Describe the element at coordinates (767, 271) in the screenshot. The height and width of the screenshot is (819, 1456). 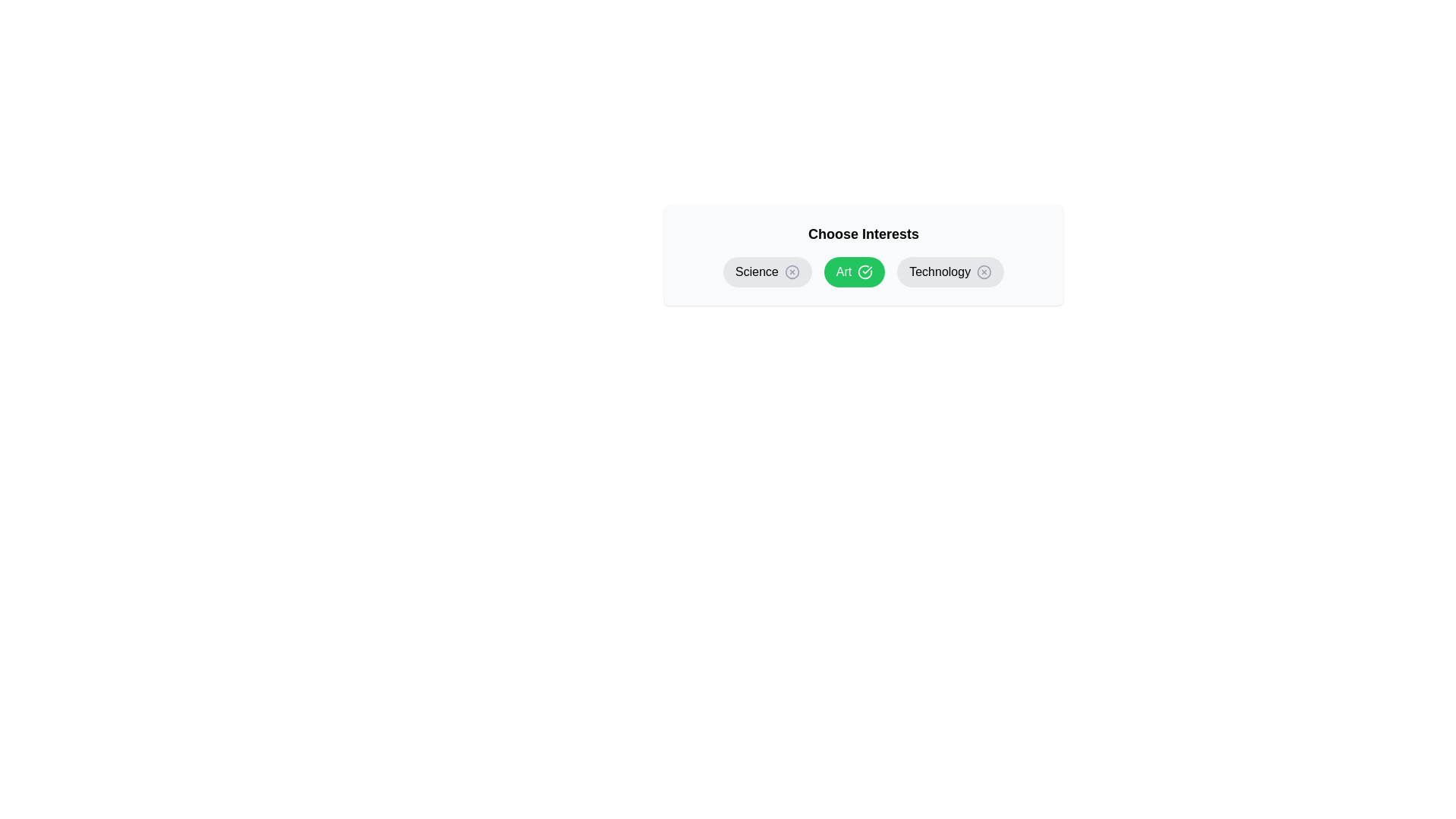
I see `the chip labeled Science` at that location.